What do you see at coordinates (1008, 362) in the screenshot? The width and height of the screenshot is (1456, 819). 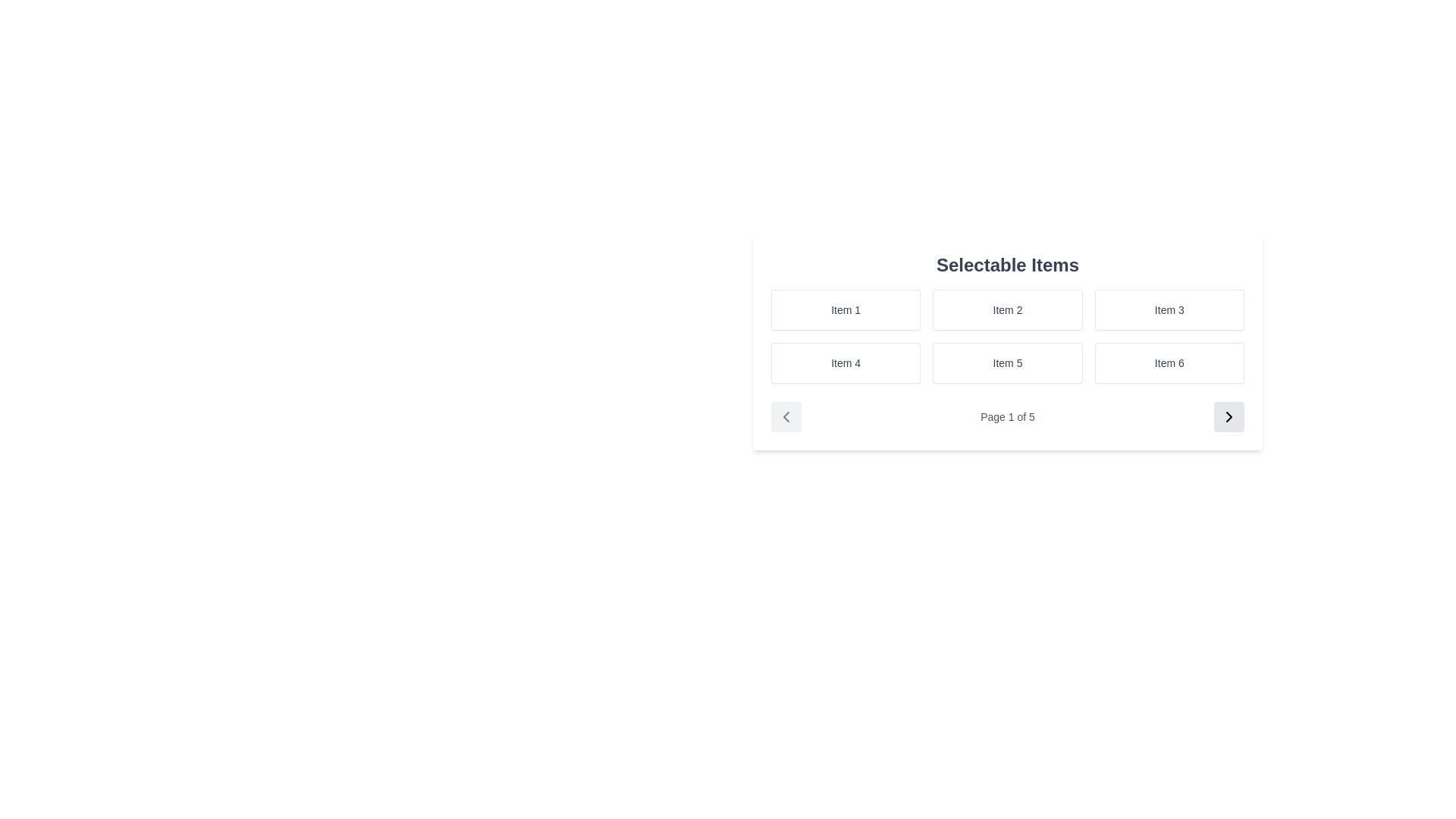 I see `the label text that serves as a title for the fifth selectable item in the grid of selectable items` at bounding box center [1008, 362].